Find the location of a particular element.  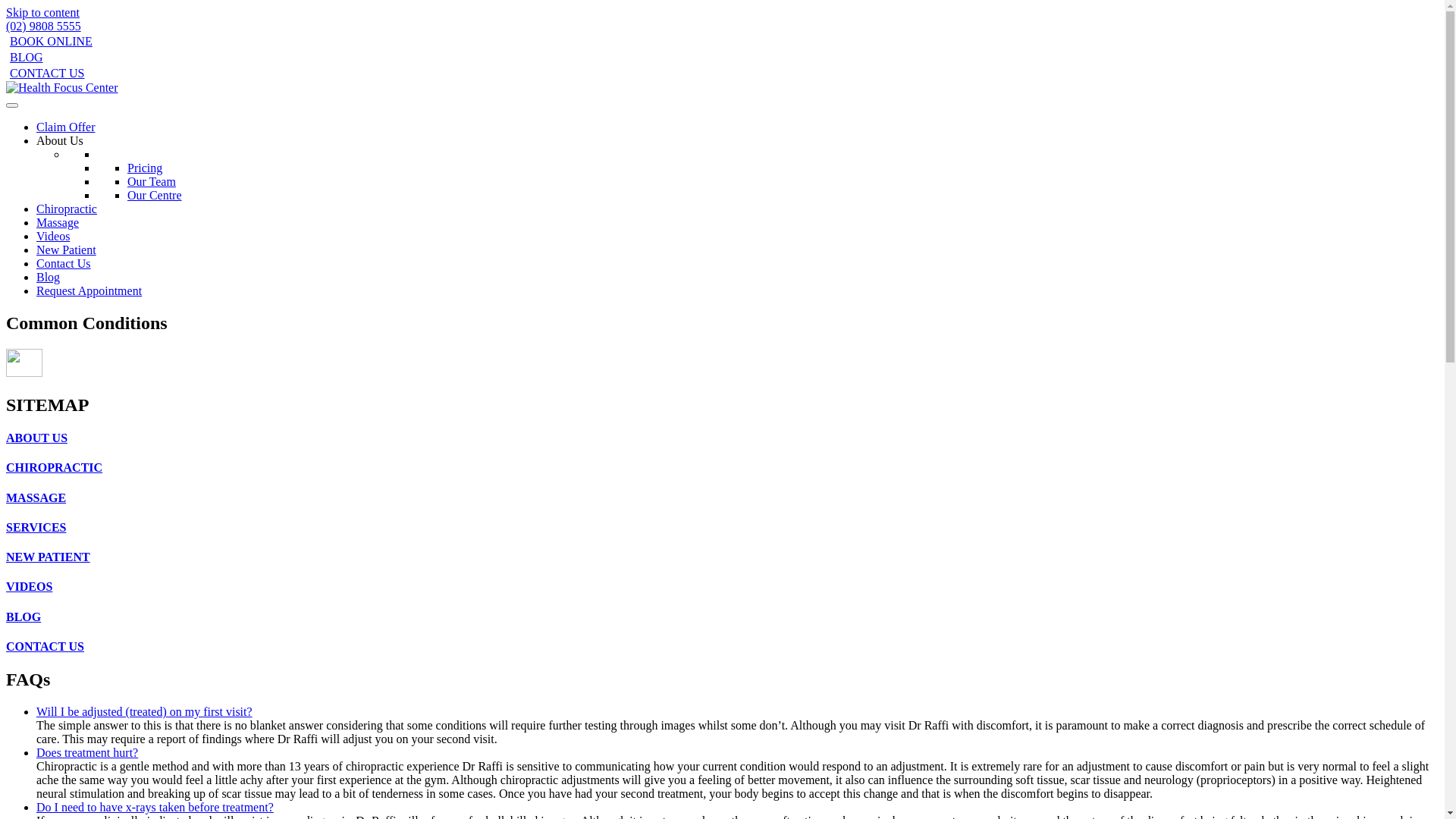

'Pricing' is located at coordinates (127, 168).